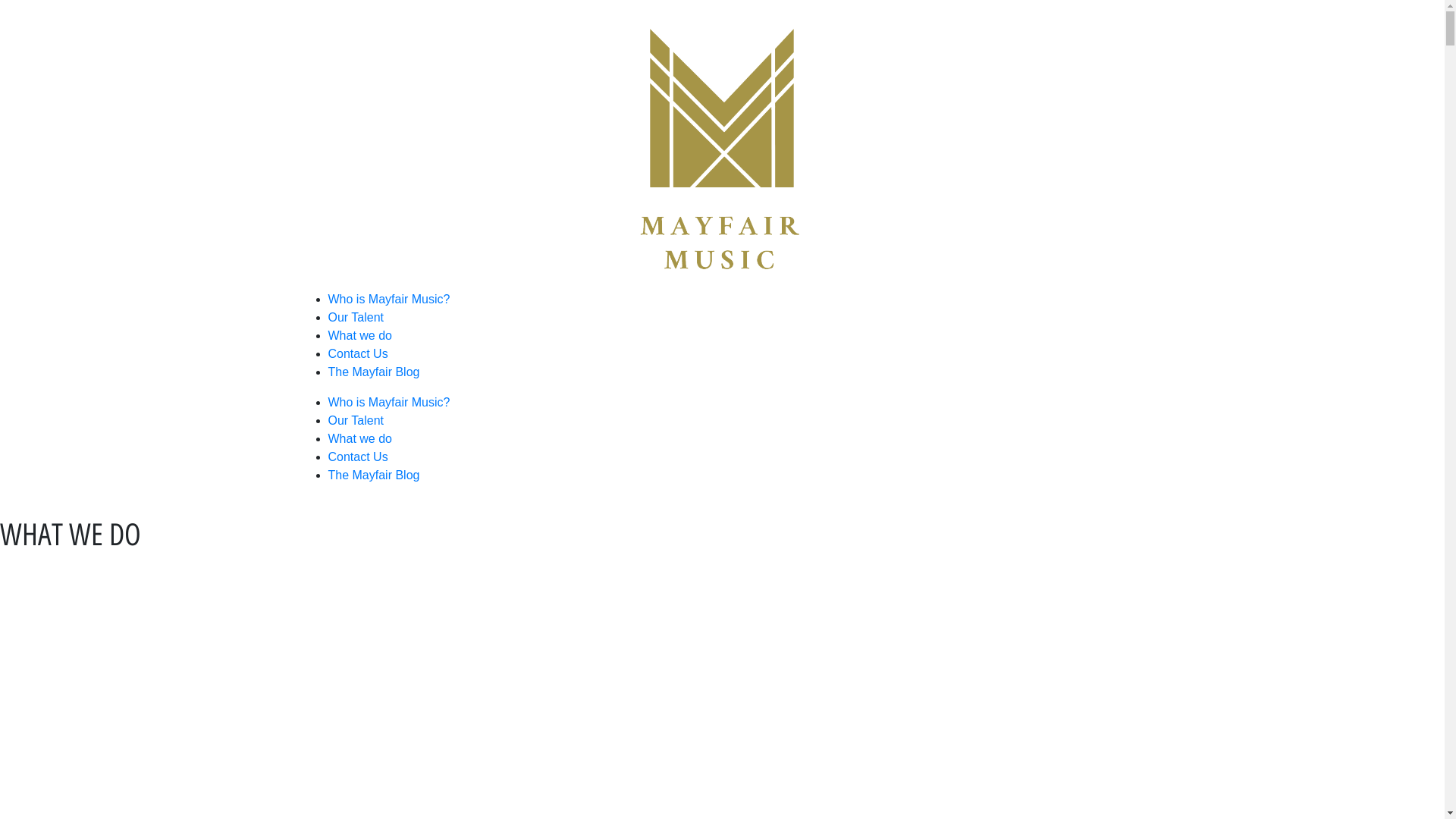  What do you see at coordinates (373, 372) in the screenshot?
I see `'The Mayfair Blog'` at bounding box center [373, 372].